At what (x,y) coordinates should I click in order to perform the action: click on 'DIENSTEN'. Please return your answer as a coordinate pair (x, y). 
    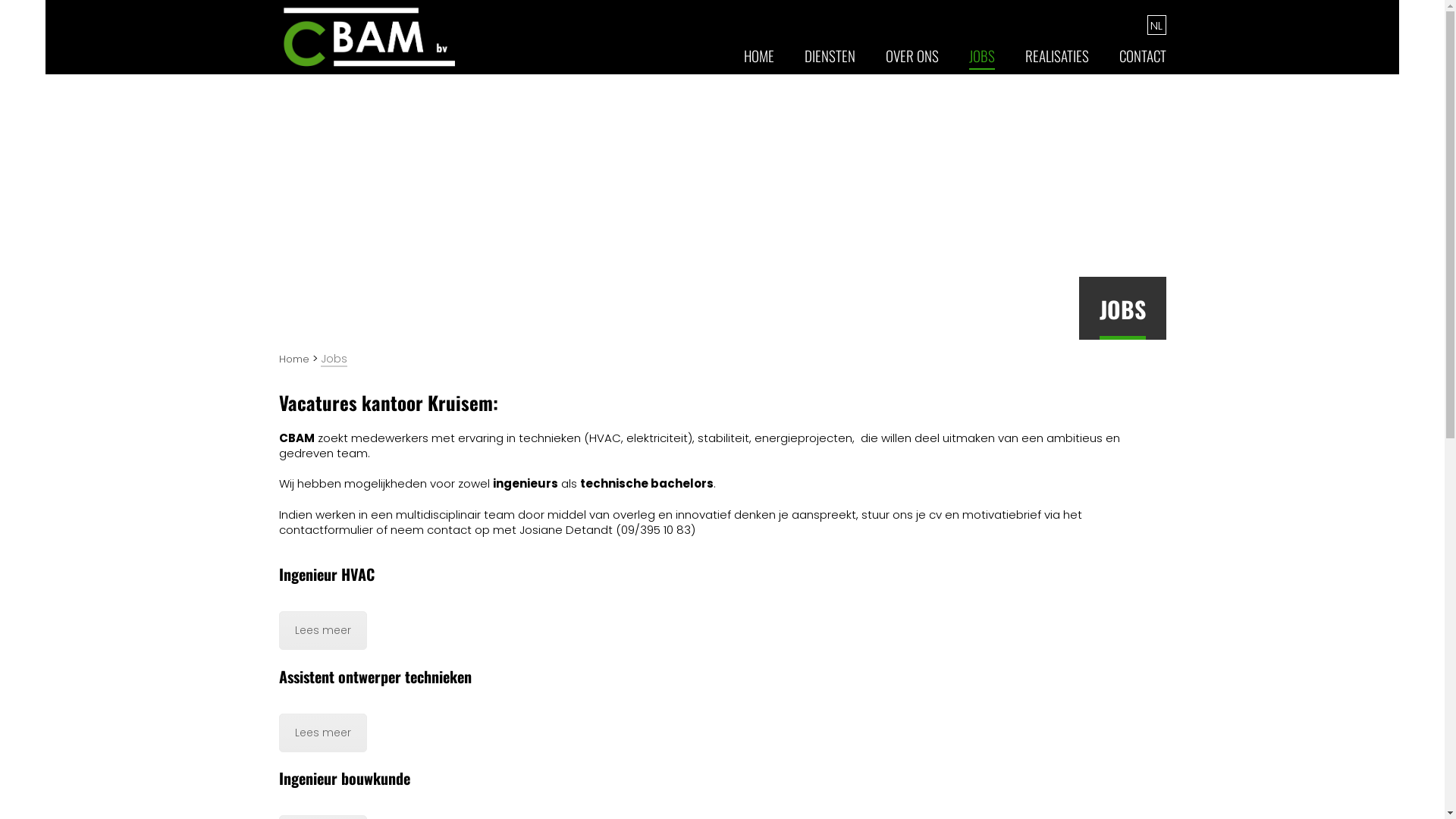
    Looking at the image, I should click on (828, 61).